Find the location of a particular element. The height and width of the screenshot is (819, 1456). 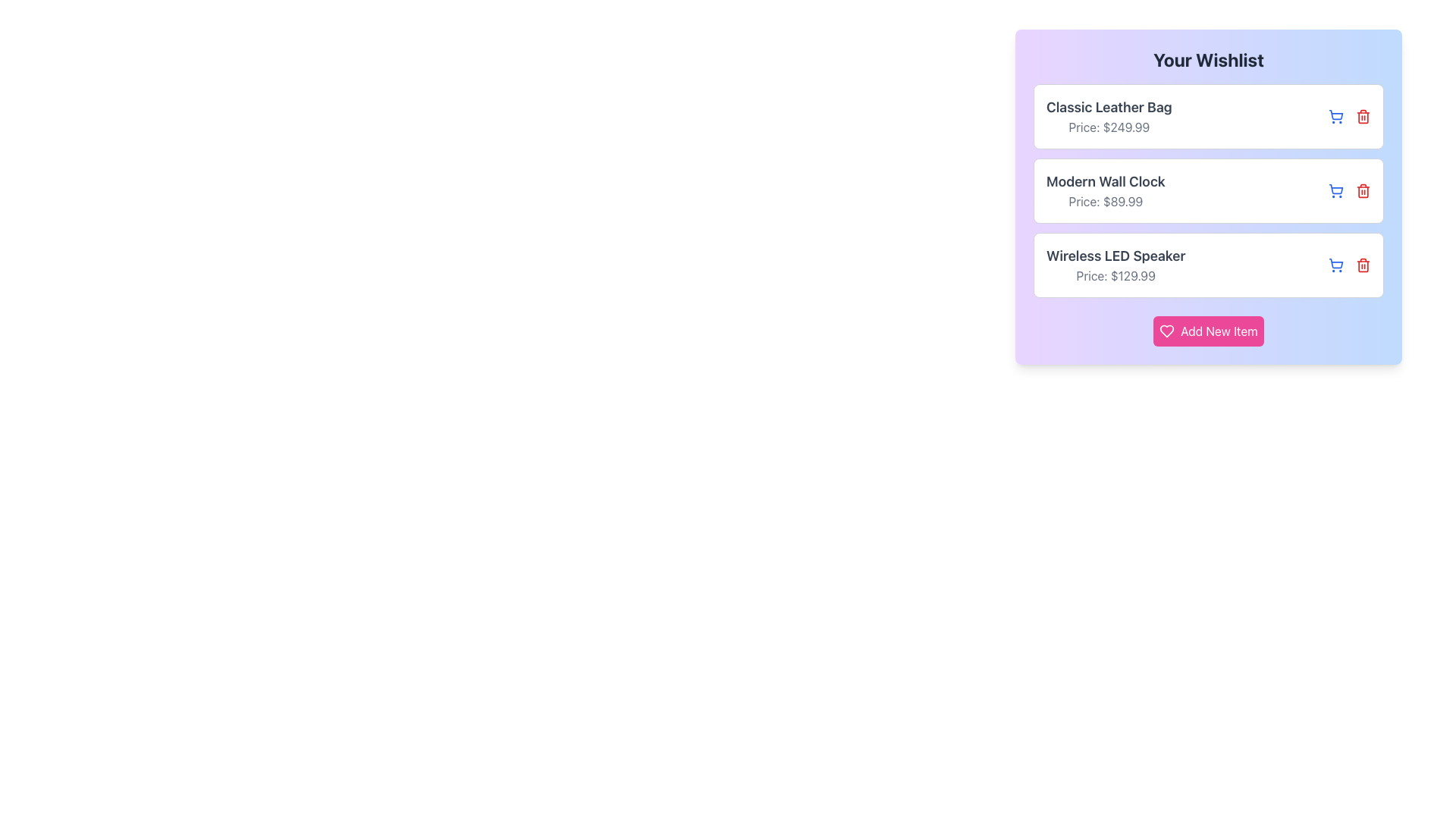

the heart-shaped icon located inside the 'Add New Item' button at the bottom section of the 'Your Wishlist' card is located at coordinates (1166, 330).